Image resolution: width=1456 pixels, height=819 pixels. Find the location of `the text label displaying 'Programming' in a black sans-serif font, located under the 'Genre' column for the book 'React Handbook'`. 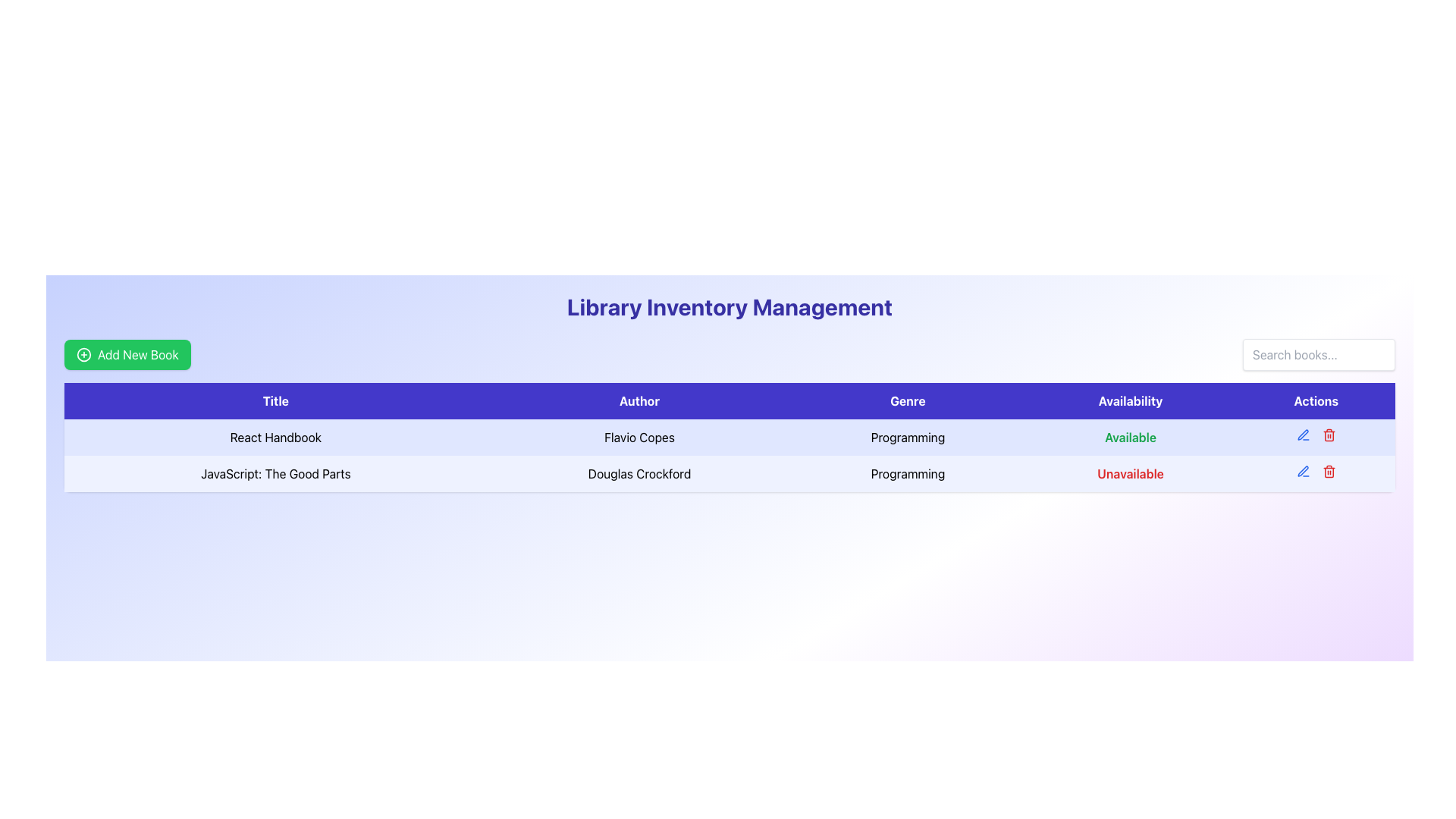

the text label displaying 'Programming' in a black sans-serif font, located under the 'Genre' column for the book 'React Handbook' is located at coordinates (908, 438).